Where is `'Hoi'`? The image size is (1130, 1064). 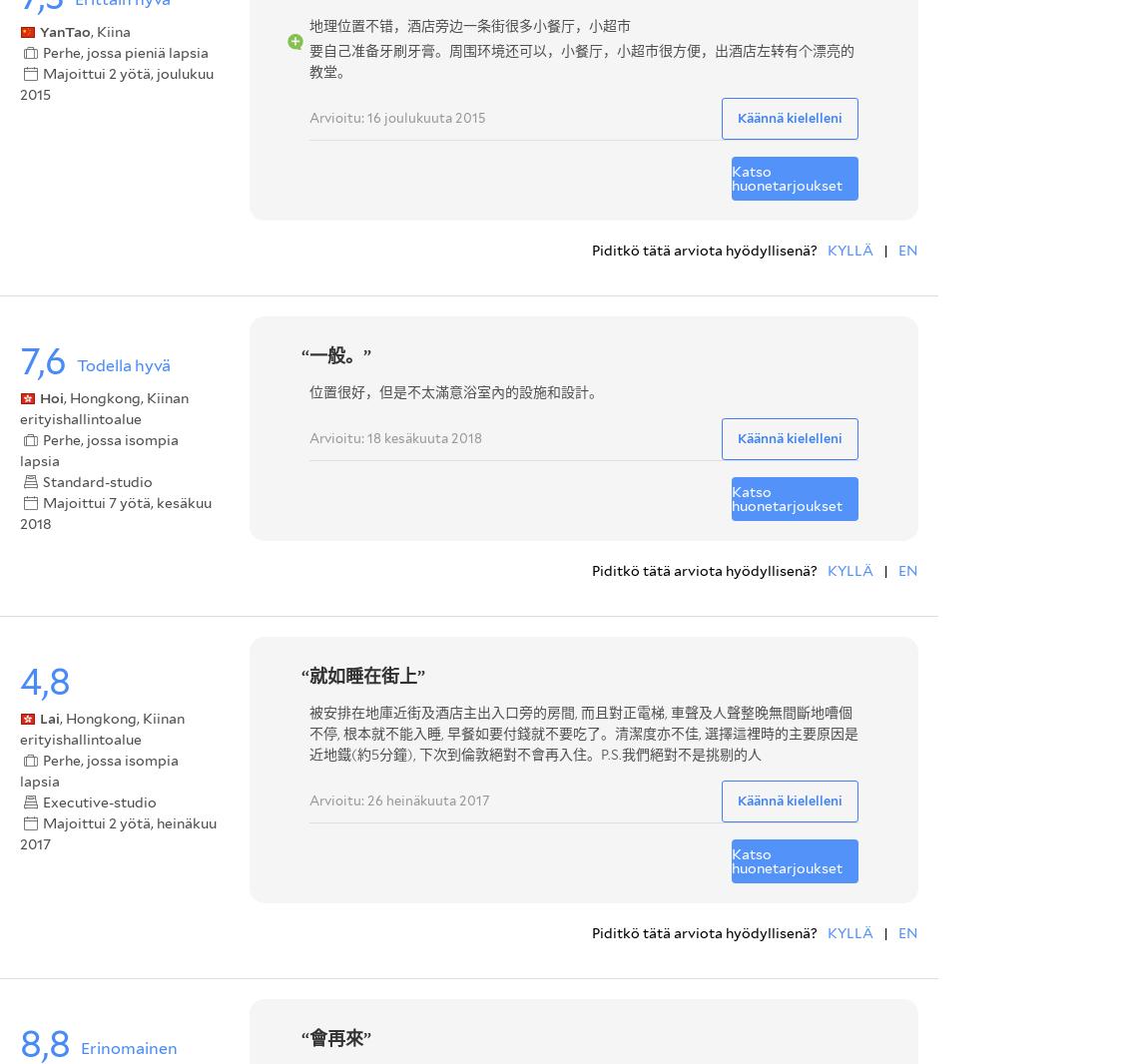 'Hoi' is located at coordinates (38, 397).